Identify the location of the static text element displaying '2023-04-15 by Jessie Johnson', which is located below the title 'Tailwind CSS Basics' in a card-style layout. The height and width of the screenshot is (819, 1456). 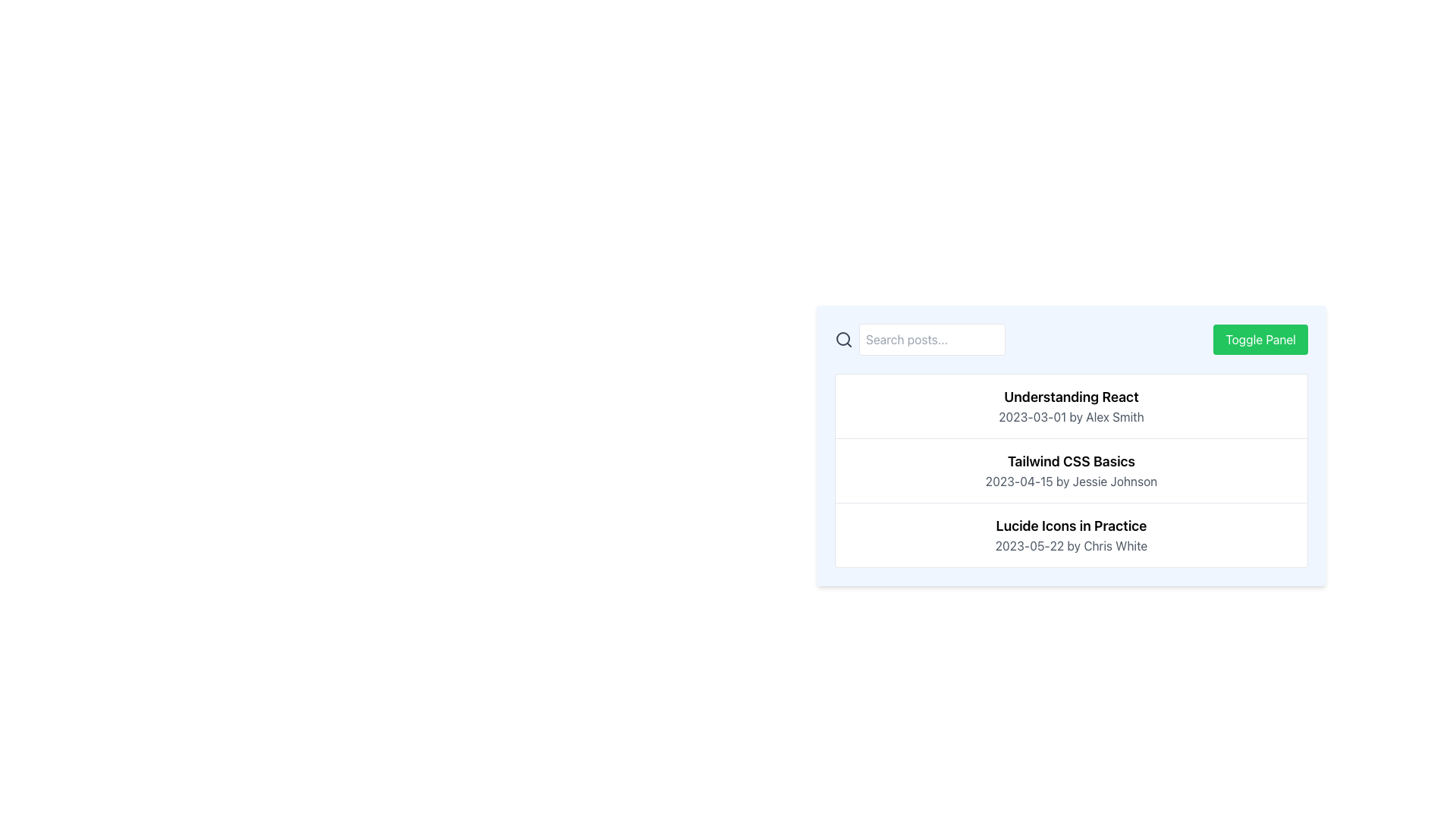
(1070, 482).